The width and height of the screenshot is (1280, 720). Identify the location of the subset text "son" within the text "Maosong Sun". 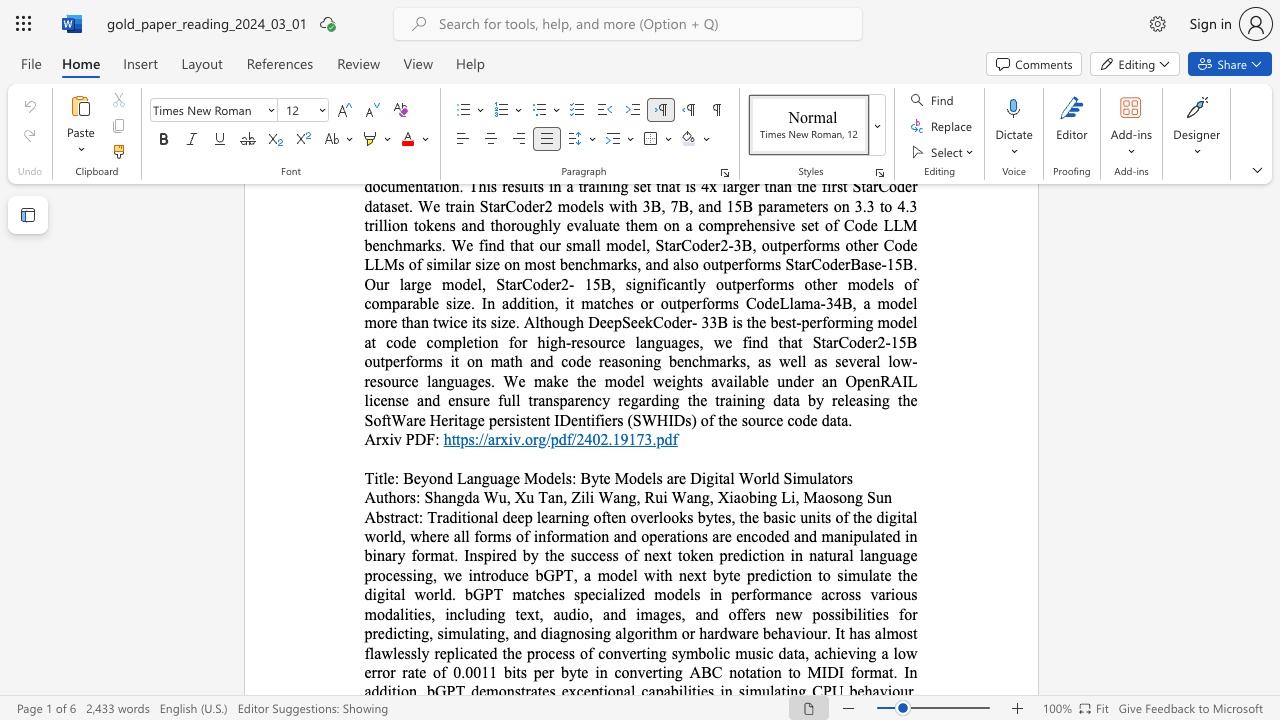
(832, 496).